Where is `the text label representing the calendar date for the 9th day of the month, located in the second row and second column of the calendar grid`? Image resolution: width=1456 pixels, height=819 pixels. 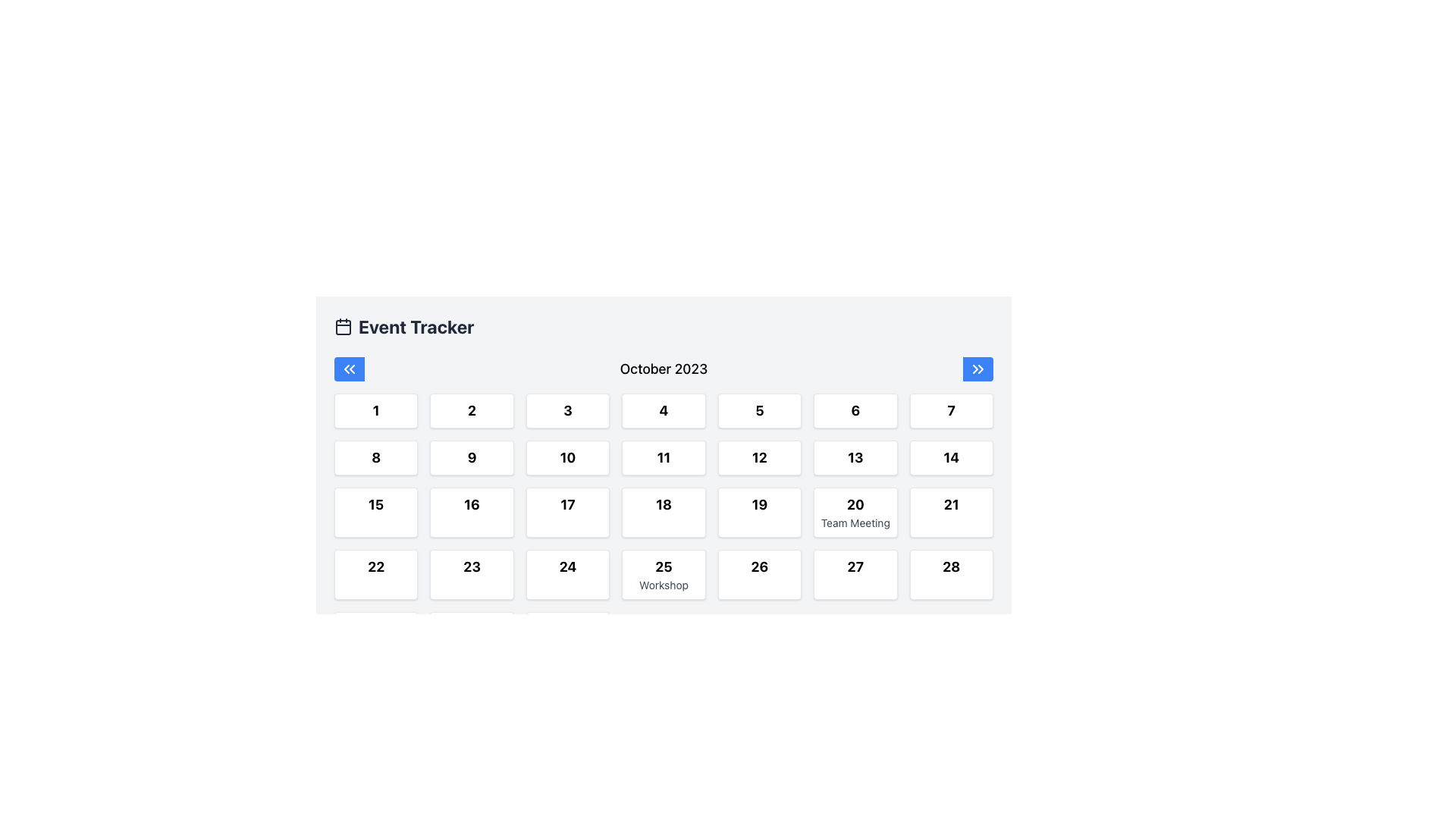
the text label representing the calendar date for the 9th day of the month, located in the second row and second column of the calendar grid is located at coordinates (471, 457).